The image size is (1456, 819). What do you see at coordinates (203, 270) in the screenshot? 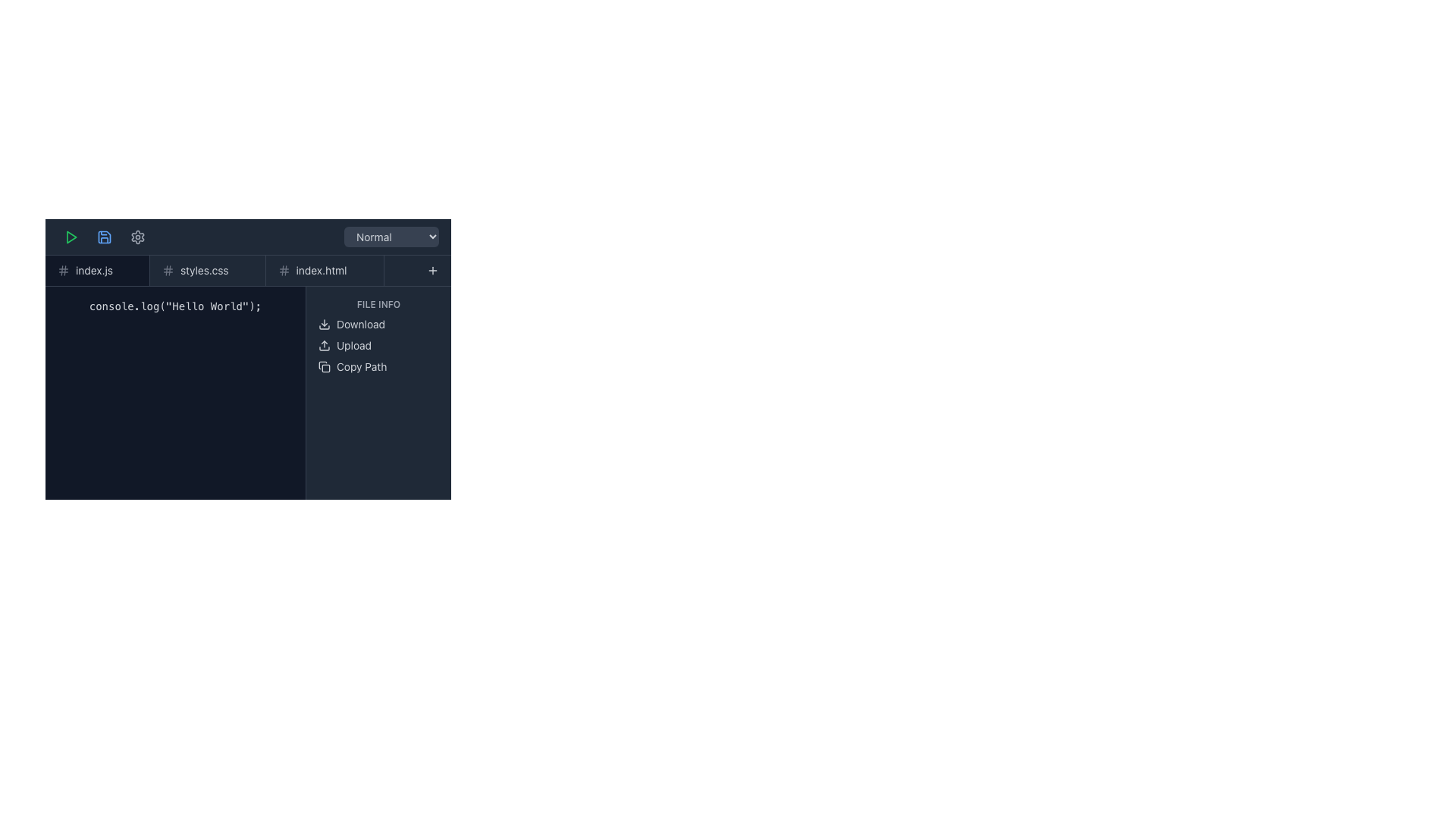
I see `the text label 'styles.css'` at bounding box center [203, 270].